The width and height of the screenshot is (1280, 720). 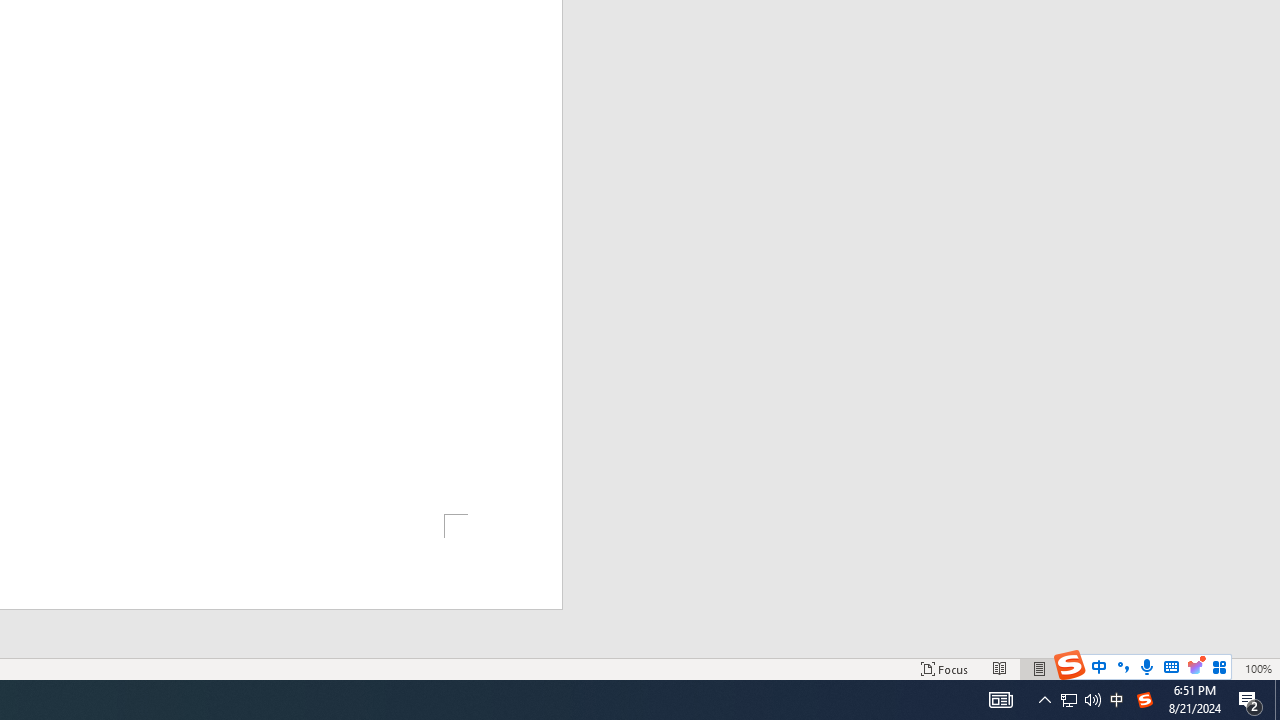 What do you see at coordinates (943, 669) in the screenshot?
I see `'Focus '` at bounding box center [943, 669].